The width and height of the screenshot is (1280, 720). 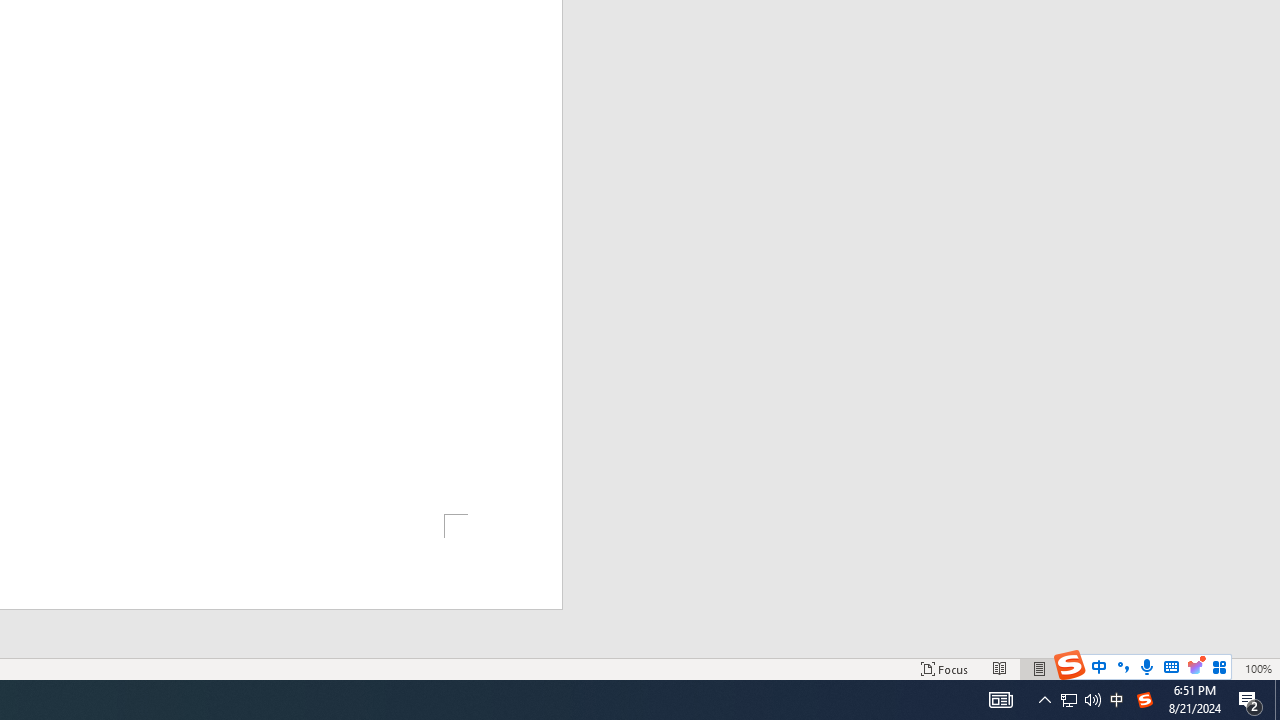 What do you see at coordinates (943, 669) in the screenshot?
I see `'Focus '` at bounding box center [943, 669].